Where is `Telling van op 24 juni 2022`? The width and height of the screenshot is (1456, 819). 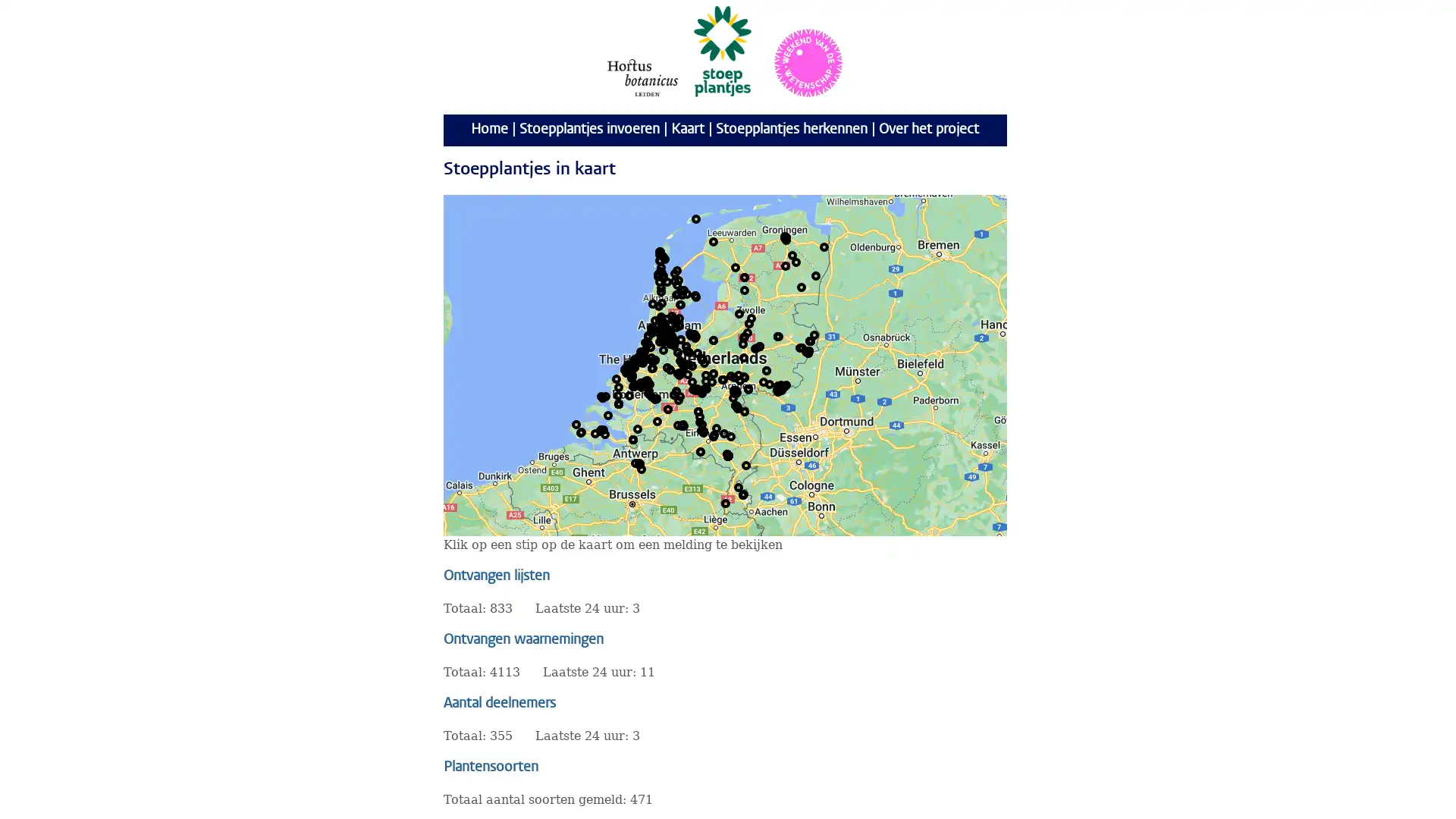
Telling van op 24 juni 2022 is located at coordinates (644, 350).